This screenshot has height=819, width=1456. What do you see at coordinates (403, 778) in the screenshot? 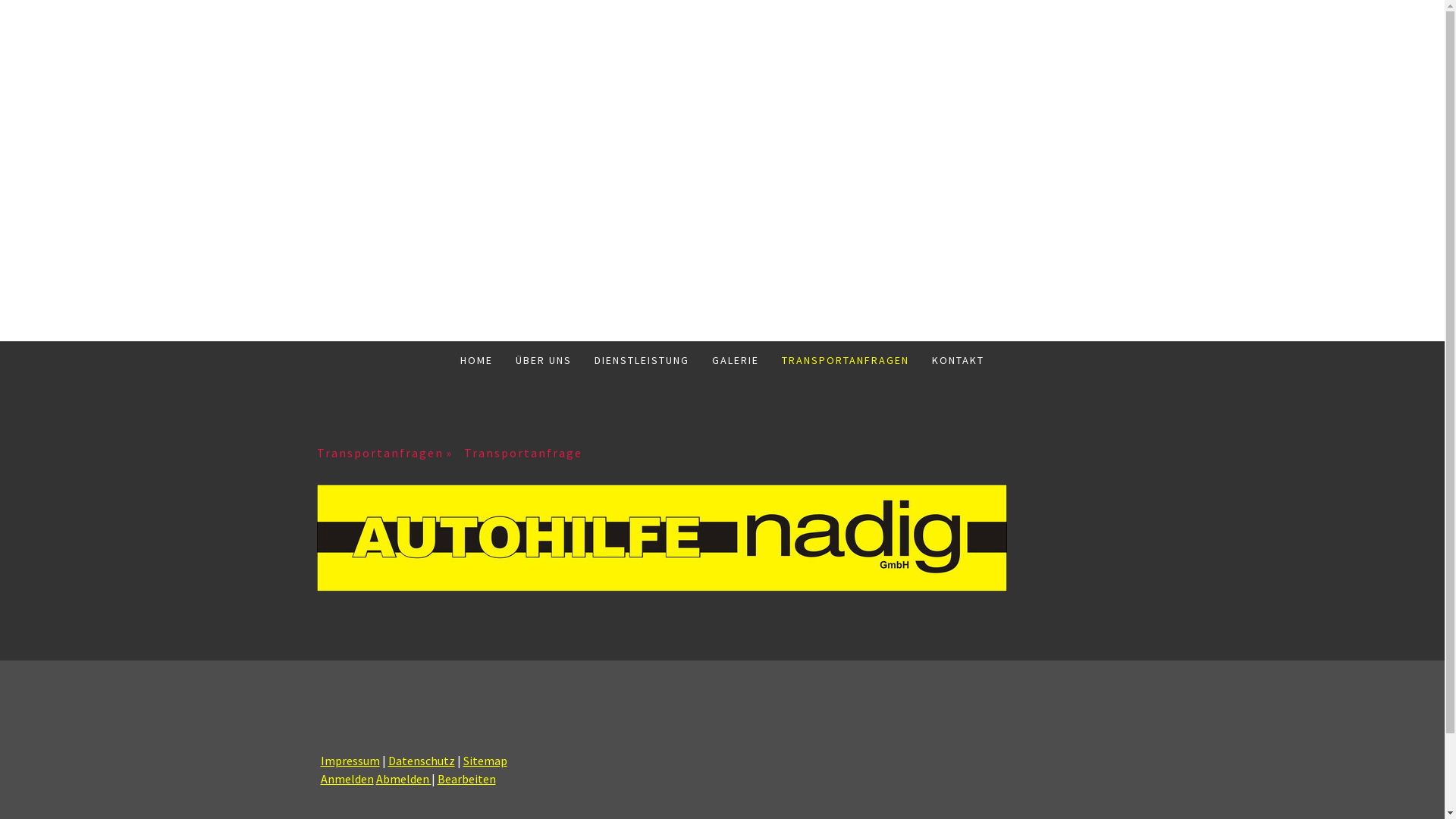
I see `'Abmelden'` at bounding box center [403, 778].